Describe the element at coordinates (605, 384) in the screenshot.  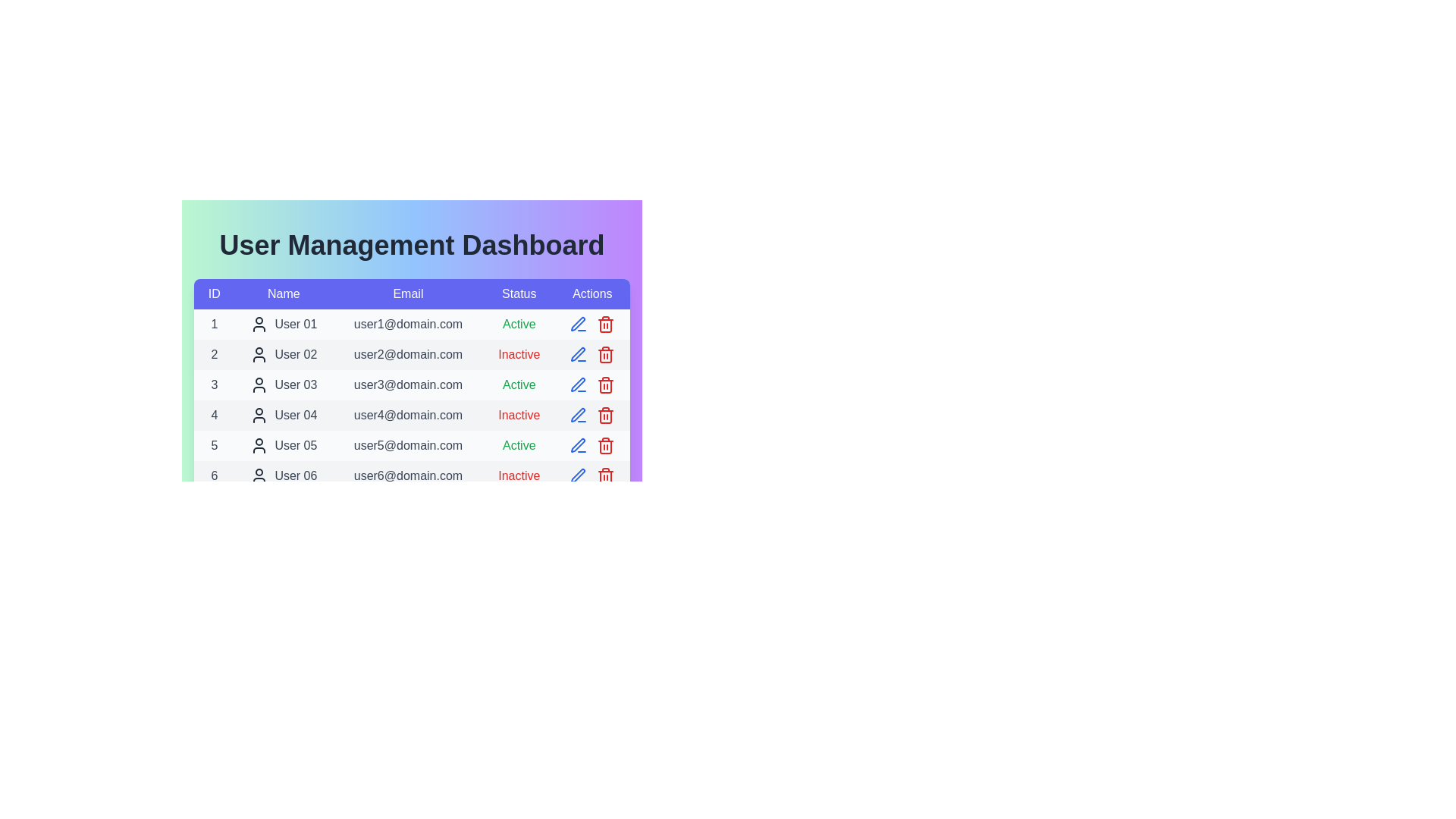
I see `the delete icon for user with ID 3` at that location.